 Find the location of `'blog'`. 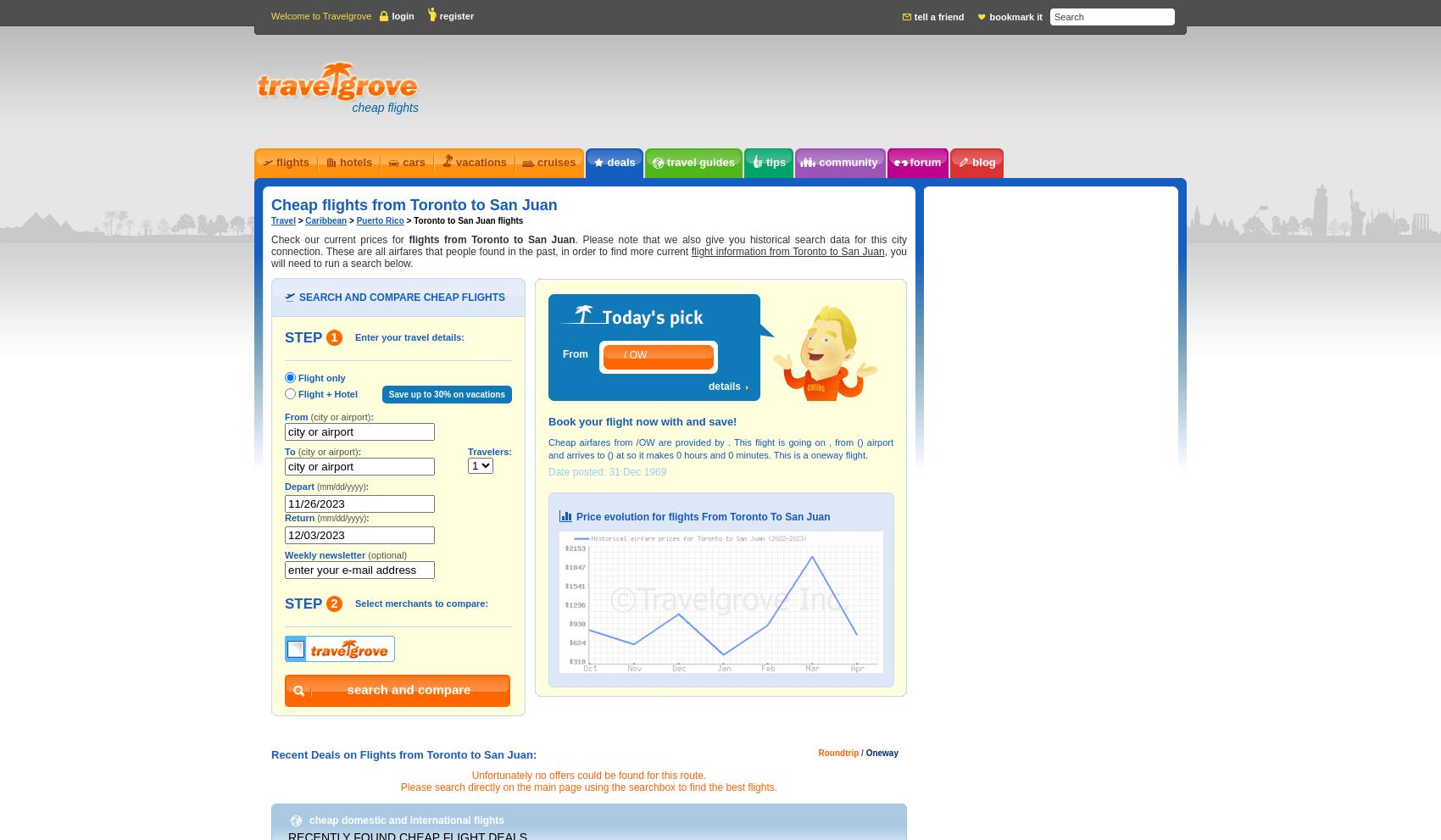

'blog' is located at coordinates (983, 161).